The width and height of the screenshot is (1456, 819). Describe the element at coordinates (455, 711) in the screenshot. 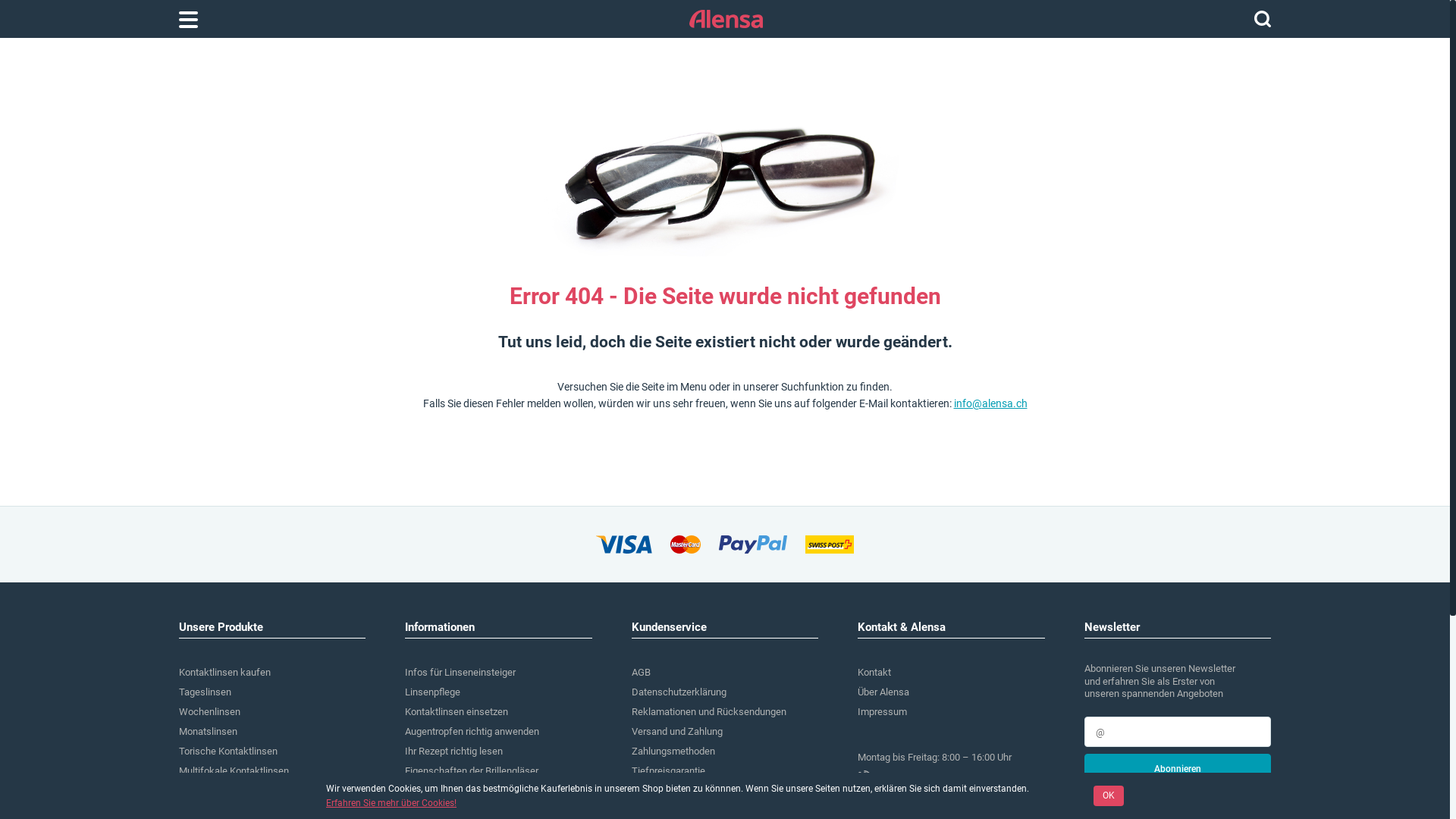

I see `'Kontaktlinsen einsetzen'` at that location.